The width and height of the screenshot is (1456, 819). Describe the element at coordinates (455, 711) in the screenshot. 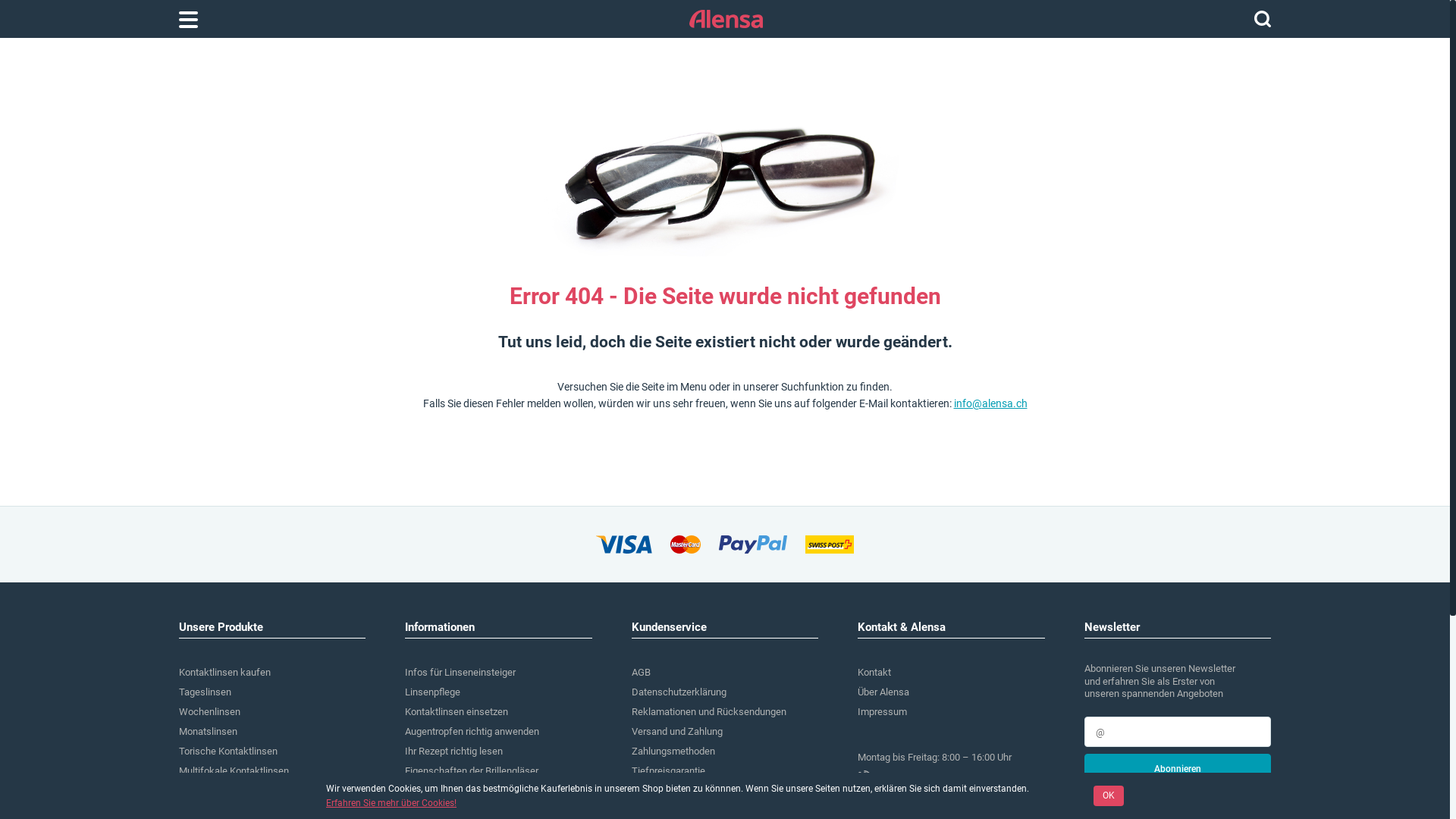

I see `'Kontaktlinsen einsetzen'` at that location.